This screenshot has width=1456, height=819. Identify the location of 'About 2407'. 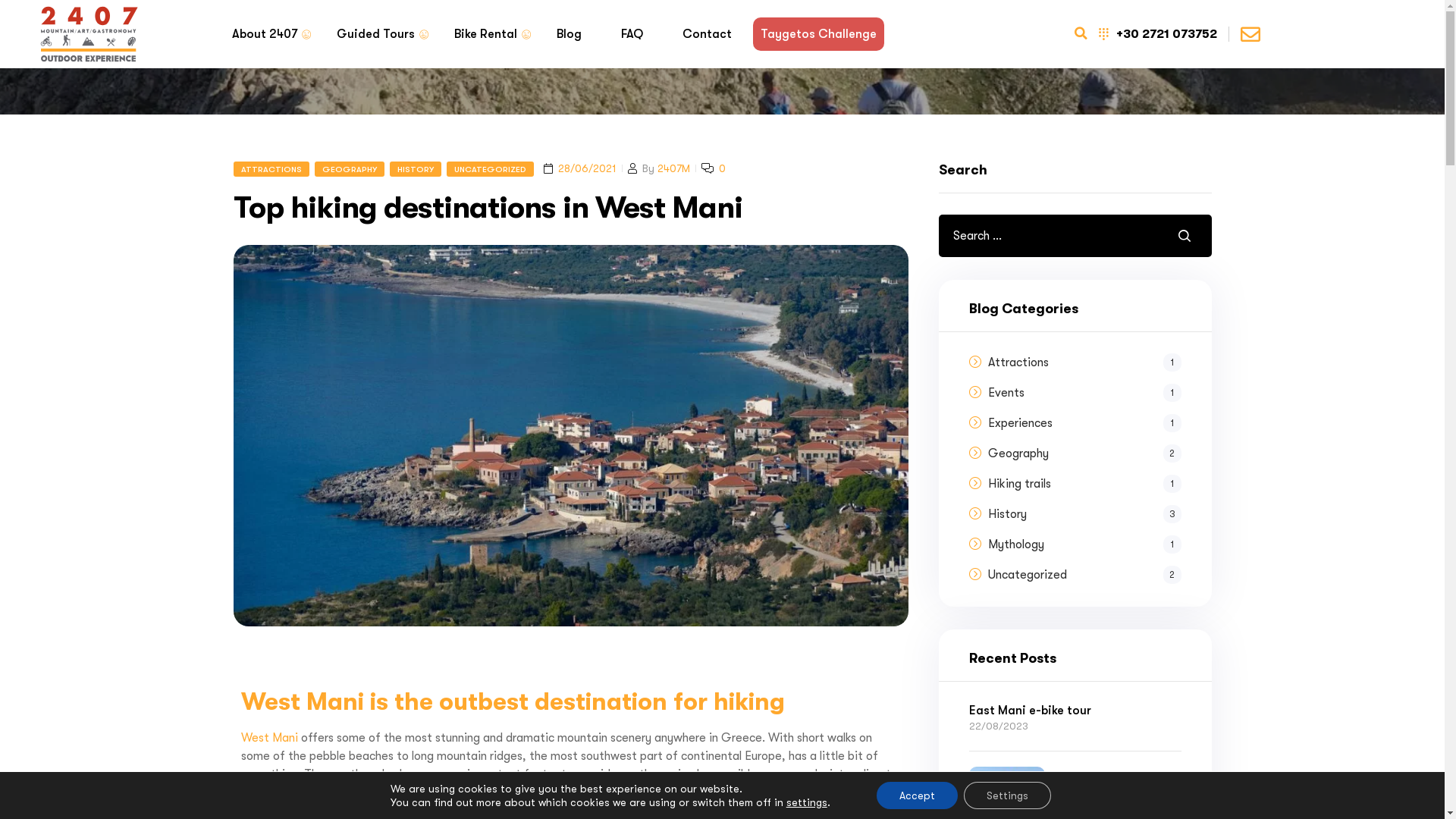
(265, 34).